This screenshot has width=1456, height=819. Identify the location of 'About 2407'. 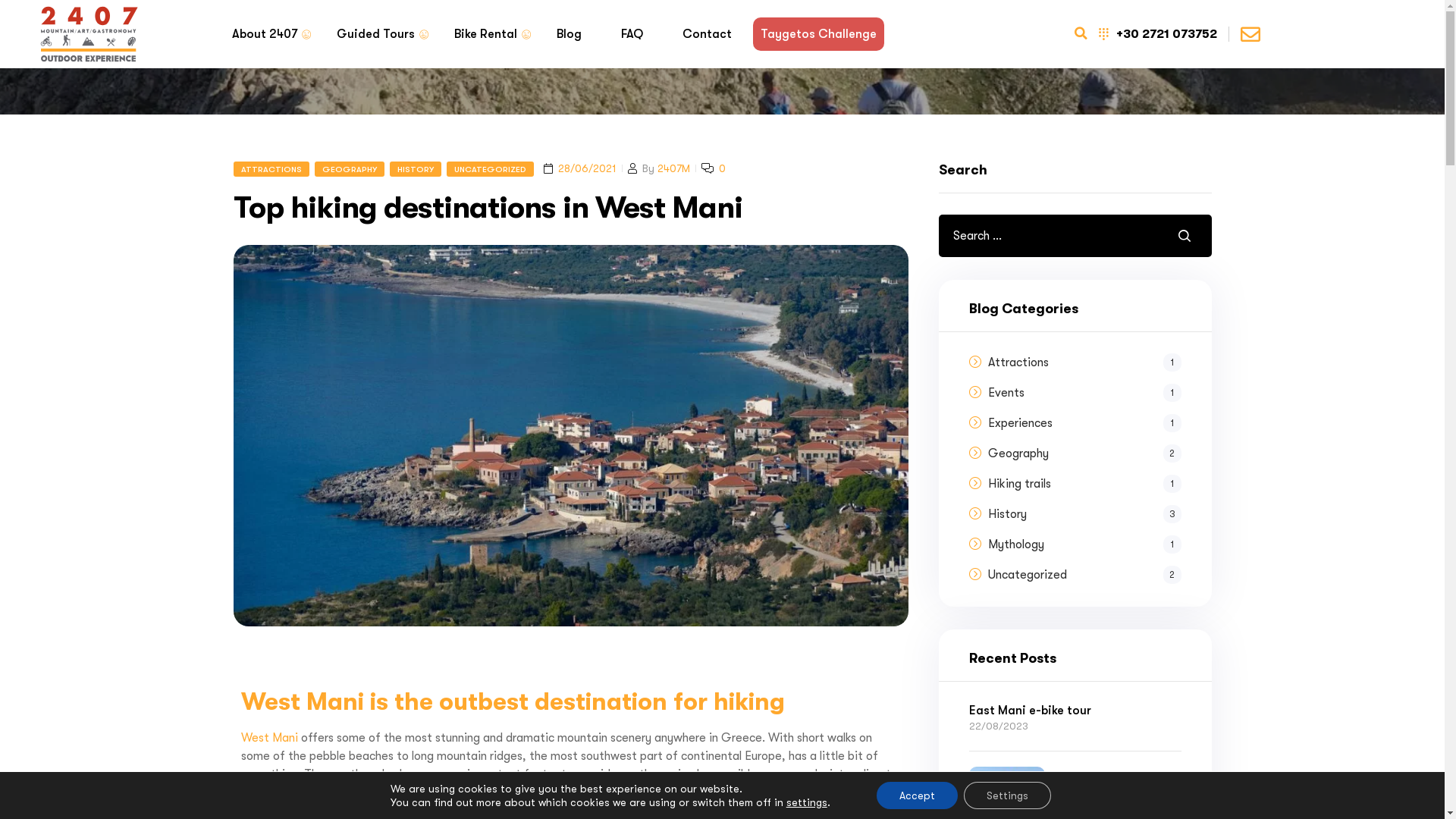
(265, 34).